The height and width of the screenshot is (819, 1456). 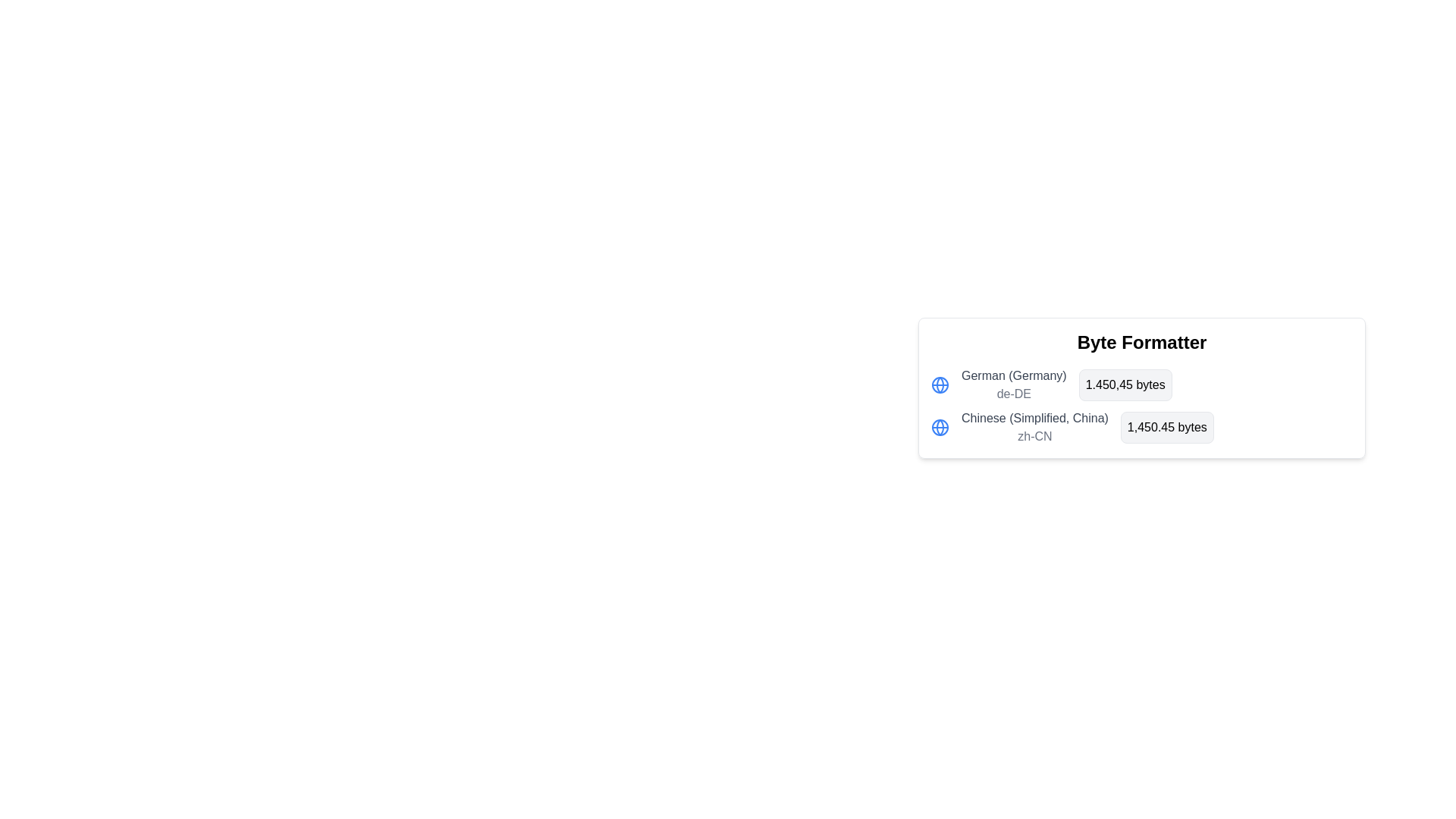 I want to click on the German language text label indicating the locale German (Germany), so click(x=1014, y=384).